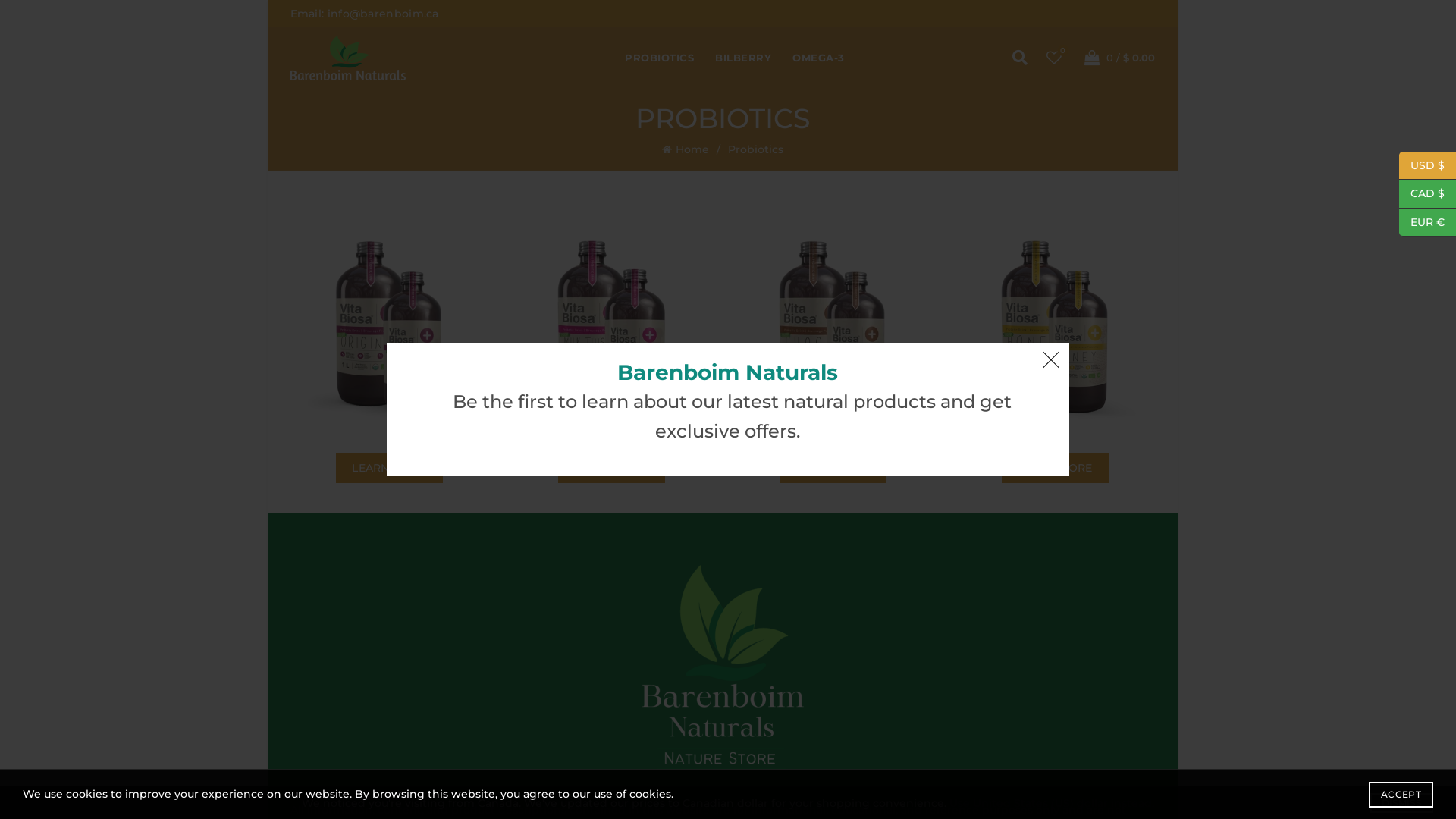  Describe the element at coordinates (1054, 326) in the screenshot. I see `'Vita Biosa_Honey reduc'` at that location.